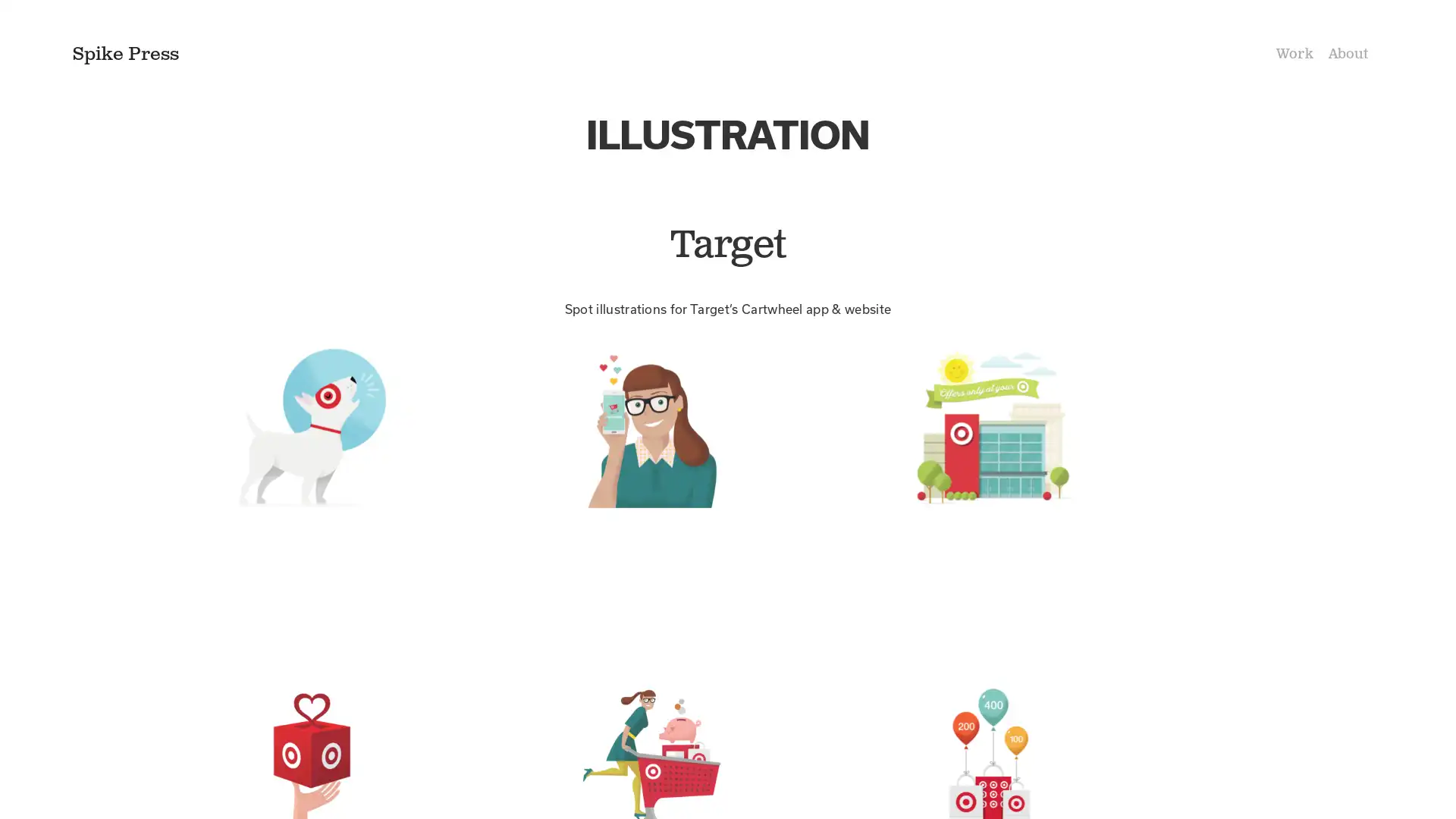 This screenshot has height=819, width=1456. What do you see at coordinates (387, 500) in the screenshot?
I see `View fullsize 01.png` at bounding box center [387, 500].